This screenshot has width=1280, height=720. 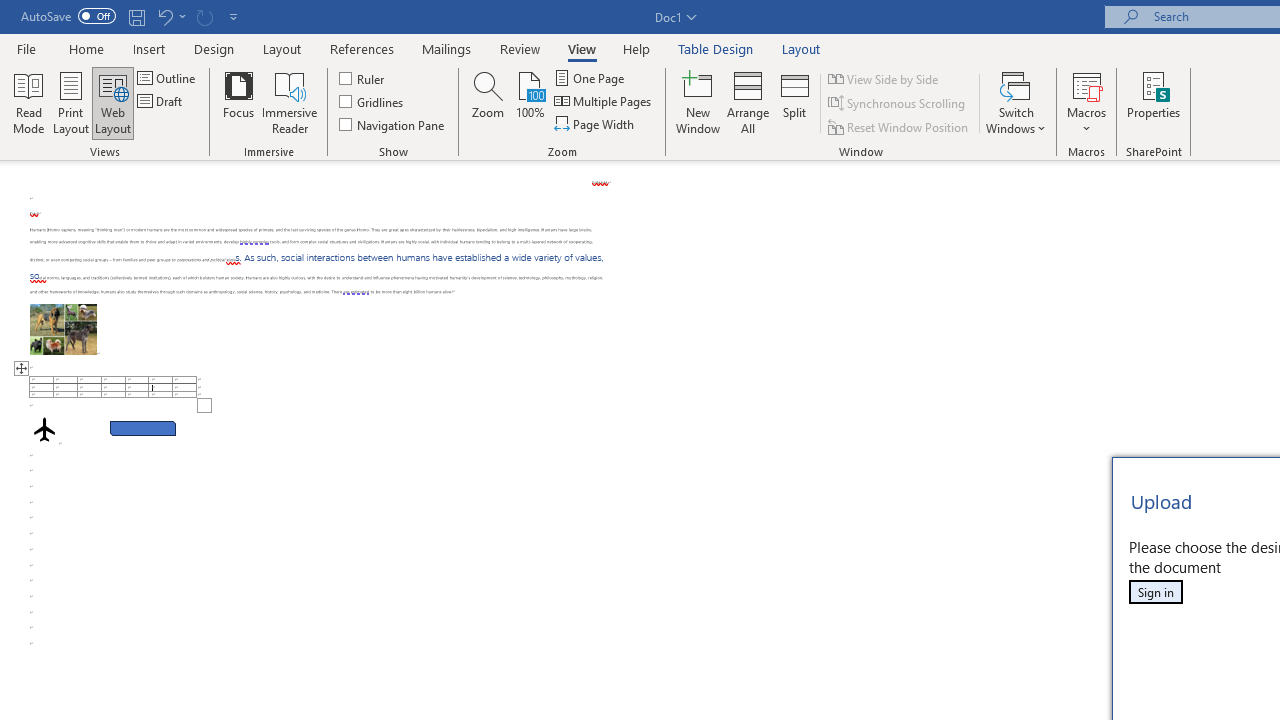 I want to click on 'Synchronous Scrolling', so click(x=897, y=103).